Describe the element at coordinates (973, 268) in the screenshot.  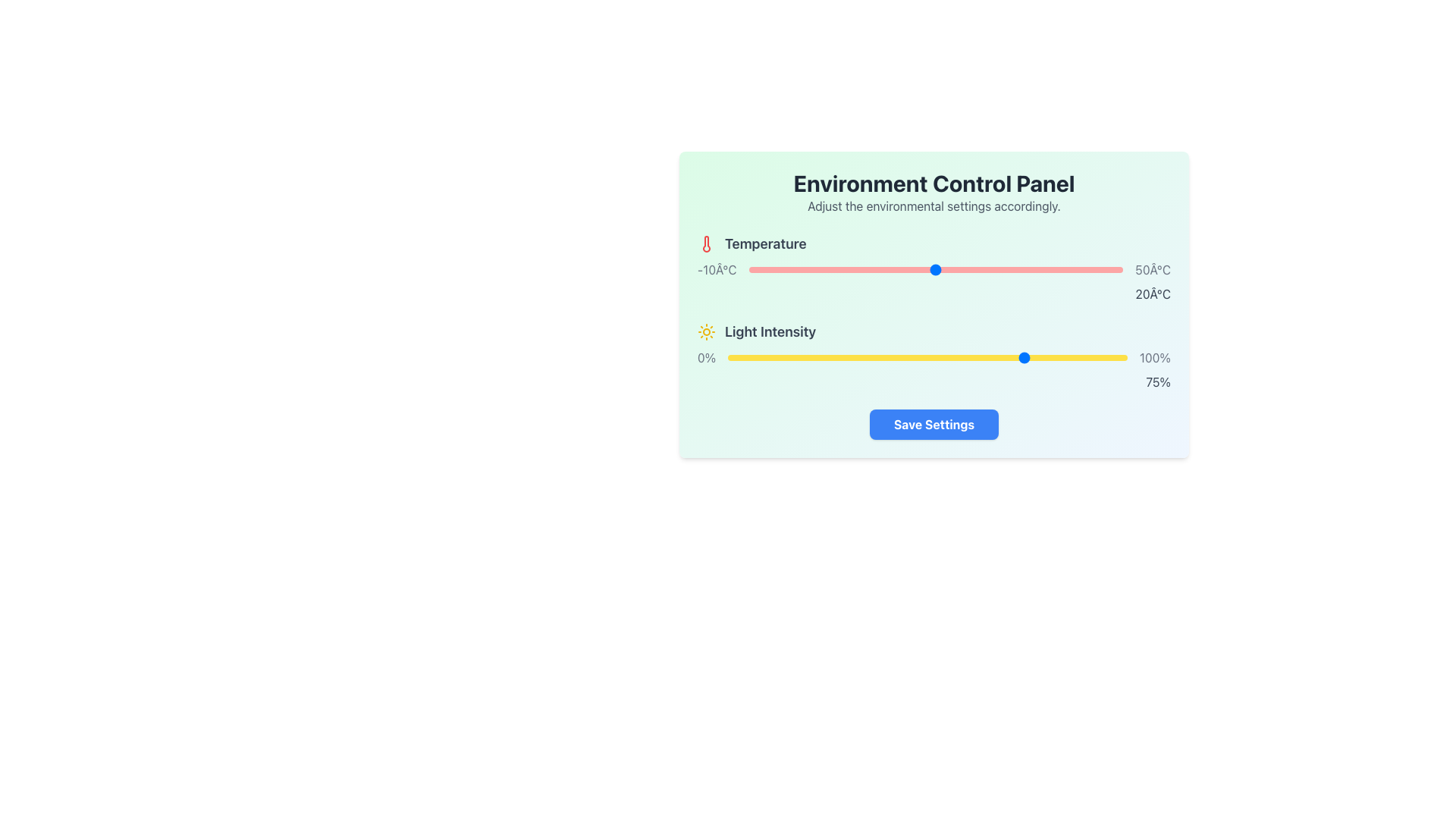
I see `temperature` at that location.